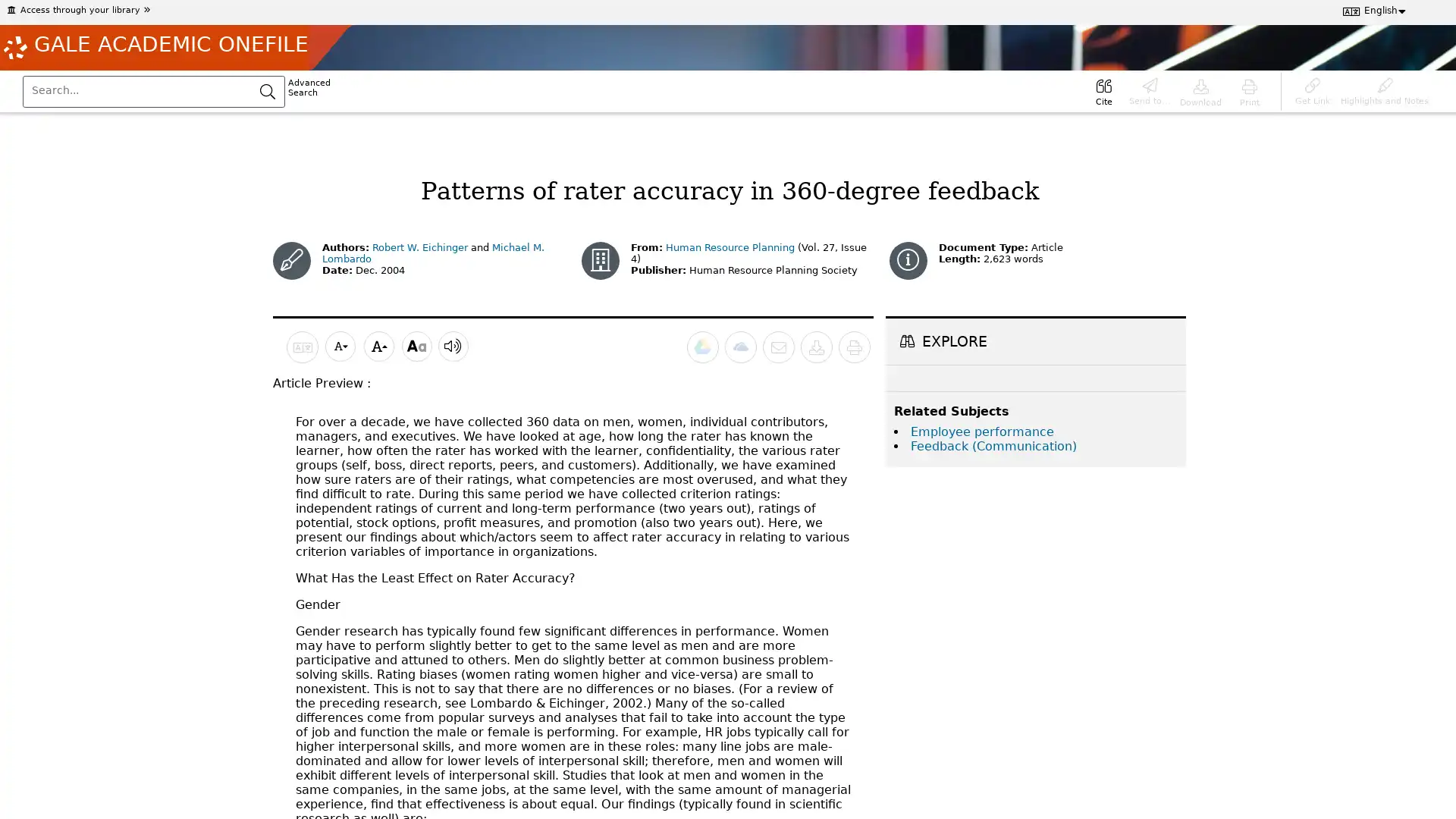 The height and width of the screenshot is (819, 1456). I want to click on Send to Microsoft OneDrive, so click(741, 347).